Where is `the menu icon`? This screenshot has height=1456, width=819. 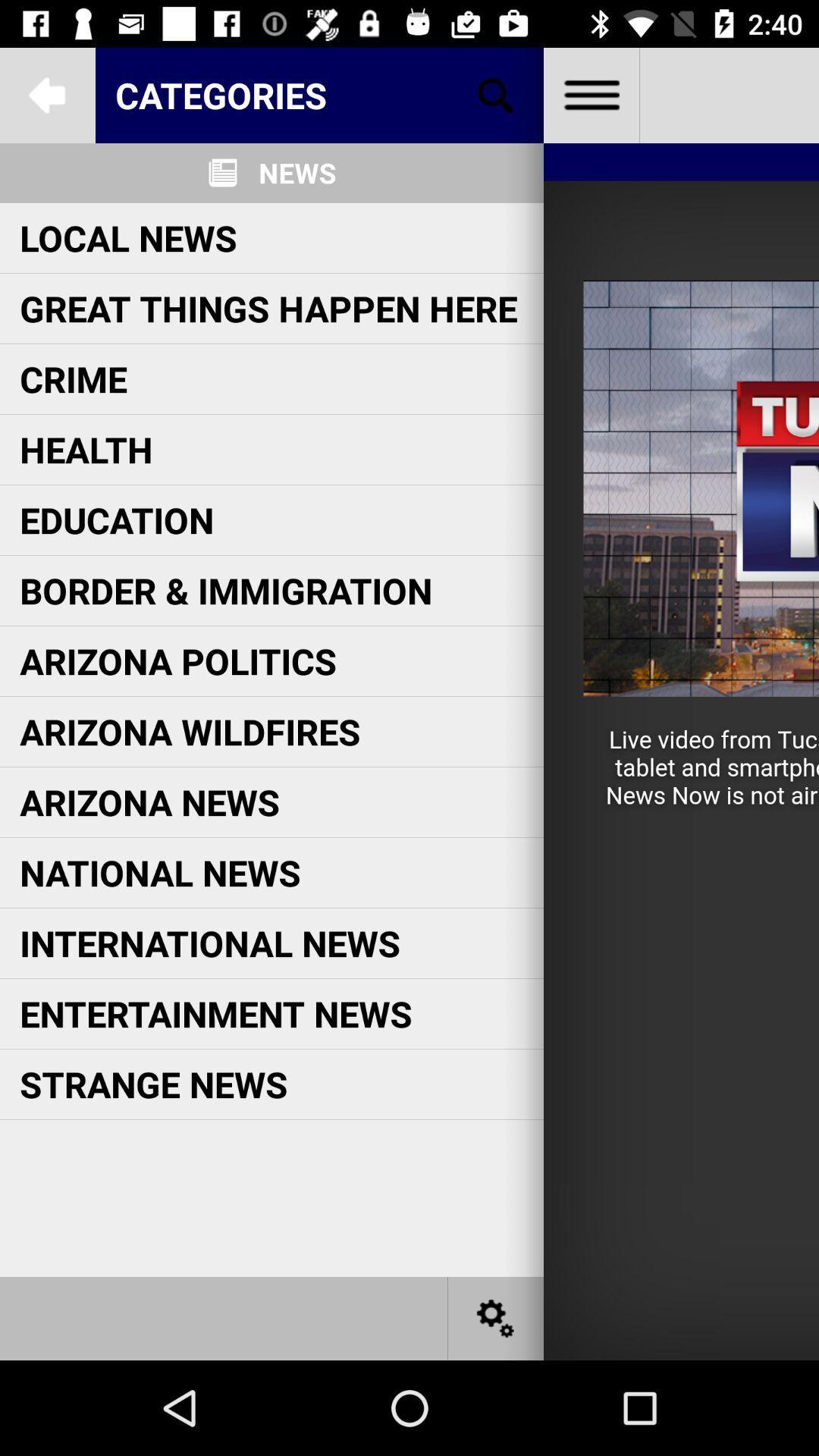
the menu icon is located at coordinates (590, 94).